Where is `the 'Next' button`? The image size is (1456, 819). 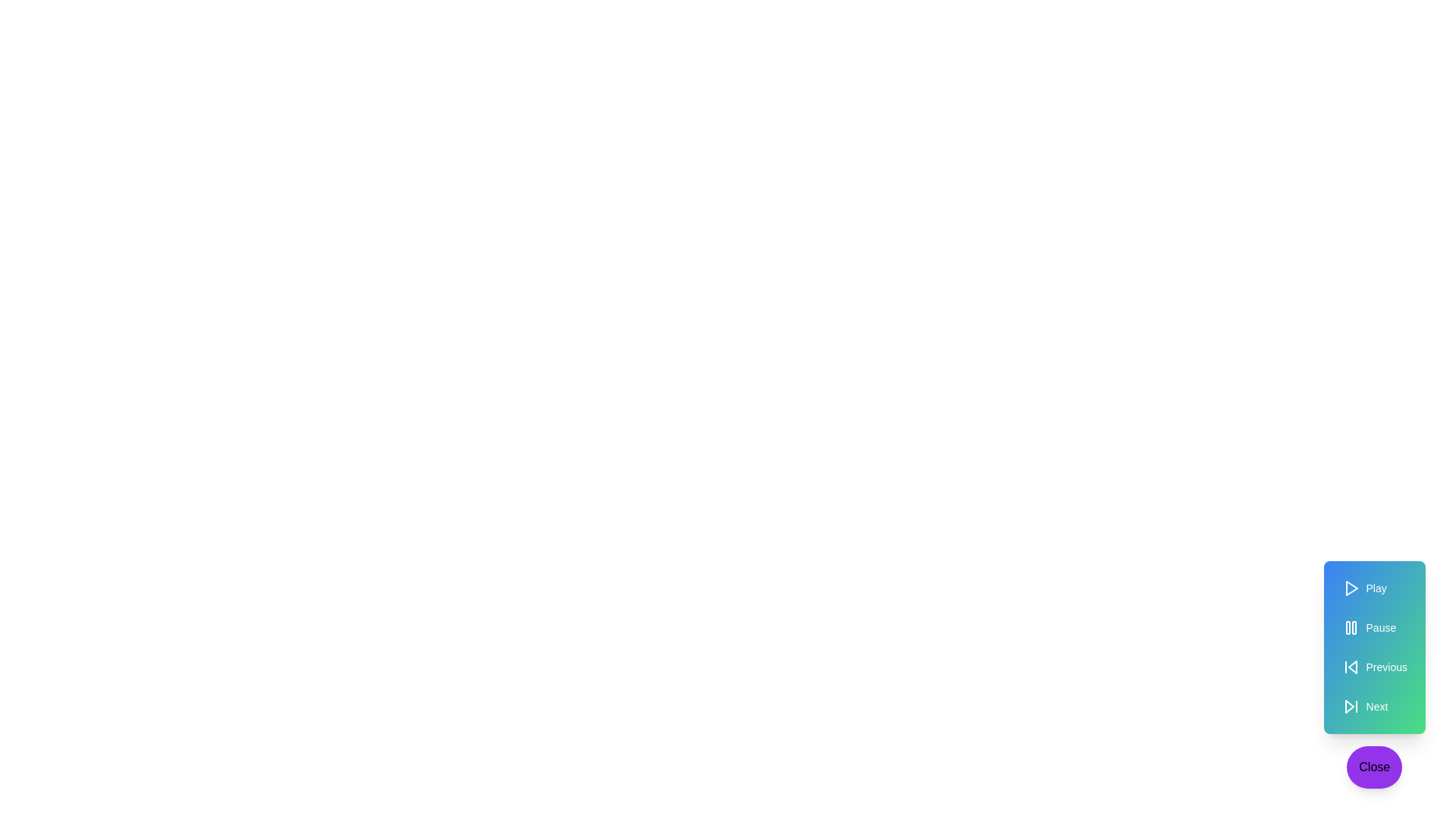
the 'Next' button is located at coordinates (1374, 707).